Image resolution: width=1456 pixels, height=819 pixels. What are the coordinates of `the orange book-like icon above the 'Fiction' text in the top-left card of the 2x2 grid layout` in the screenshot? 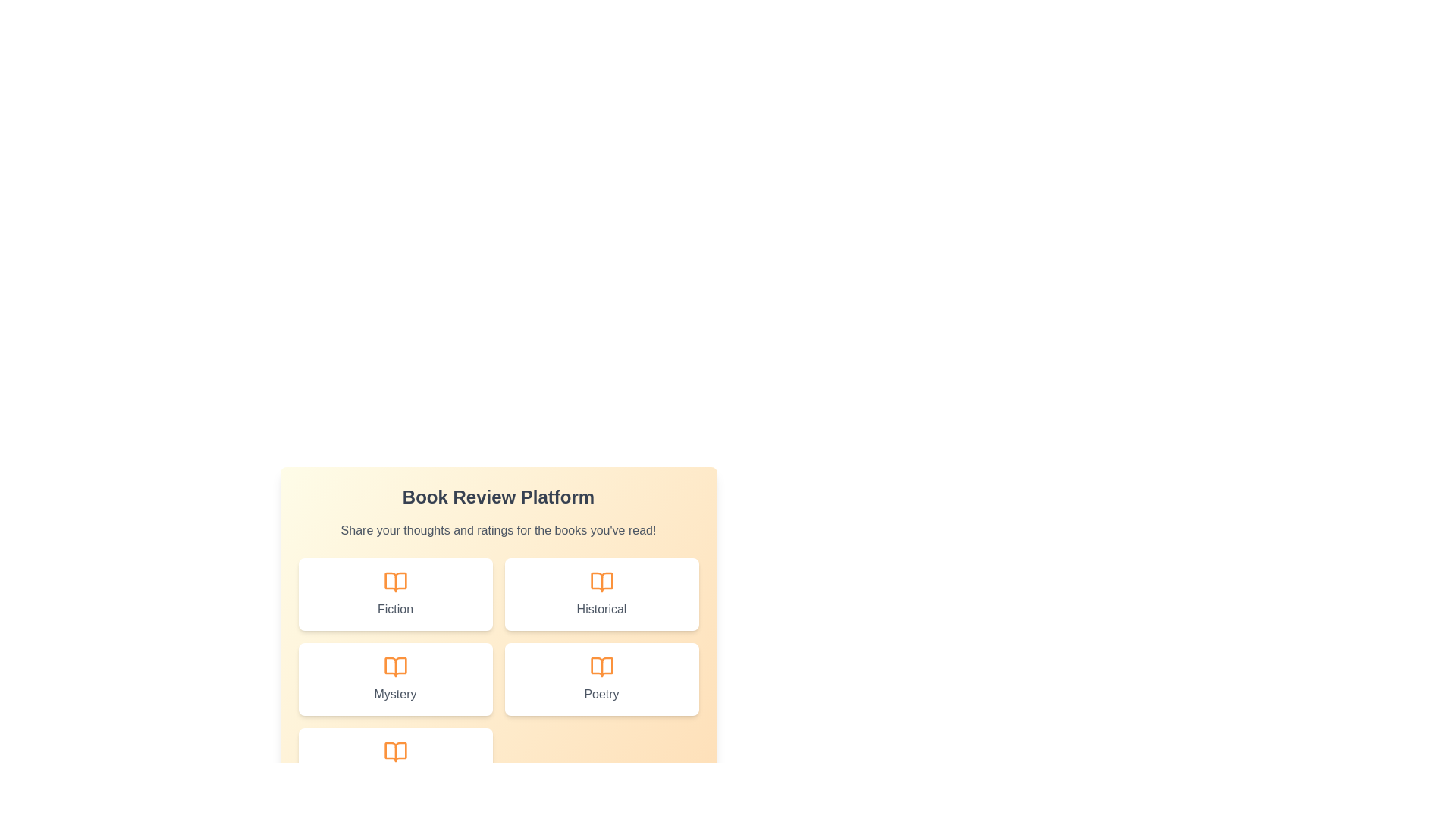 It's located at (395, 581).